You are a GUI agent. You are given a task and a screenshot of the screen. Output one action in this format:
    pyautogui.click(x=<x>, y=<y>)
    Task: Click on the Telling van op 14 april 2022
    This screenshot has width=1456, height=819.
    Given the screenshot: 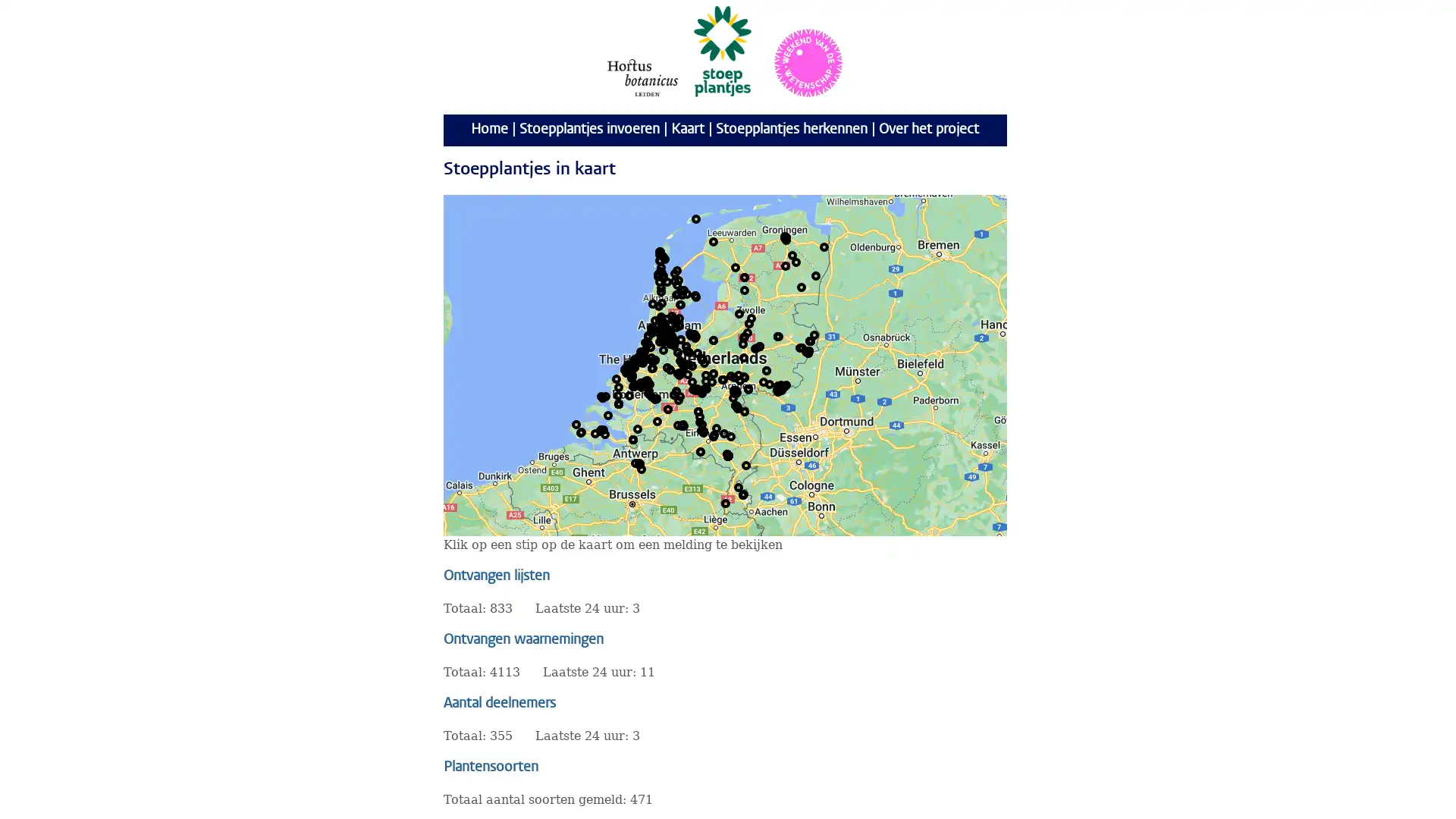 What is the action you would take?
    pyautogui.click(x=694, y=336)
    